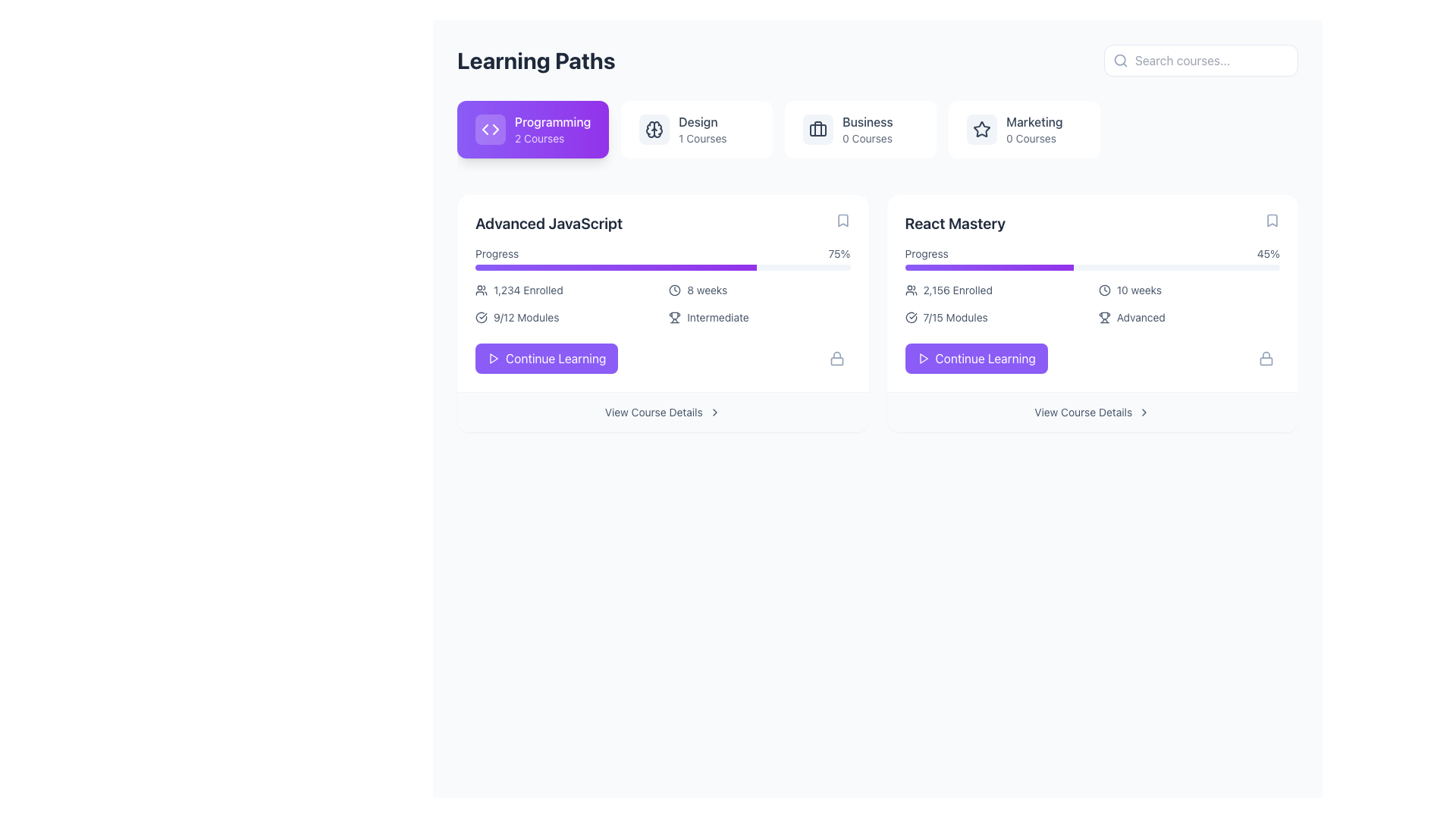  I want to click on the Progress Bar element located beneath the text 'Progress' and '75%' within the 'Advanced JavaScript' card, so click(663, 267).